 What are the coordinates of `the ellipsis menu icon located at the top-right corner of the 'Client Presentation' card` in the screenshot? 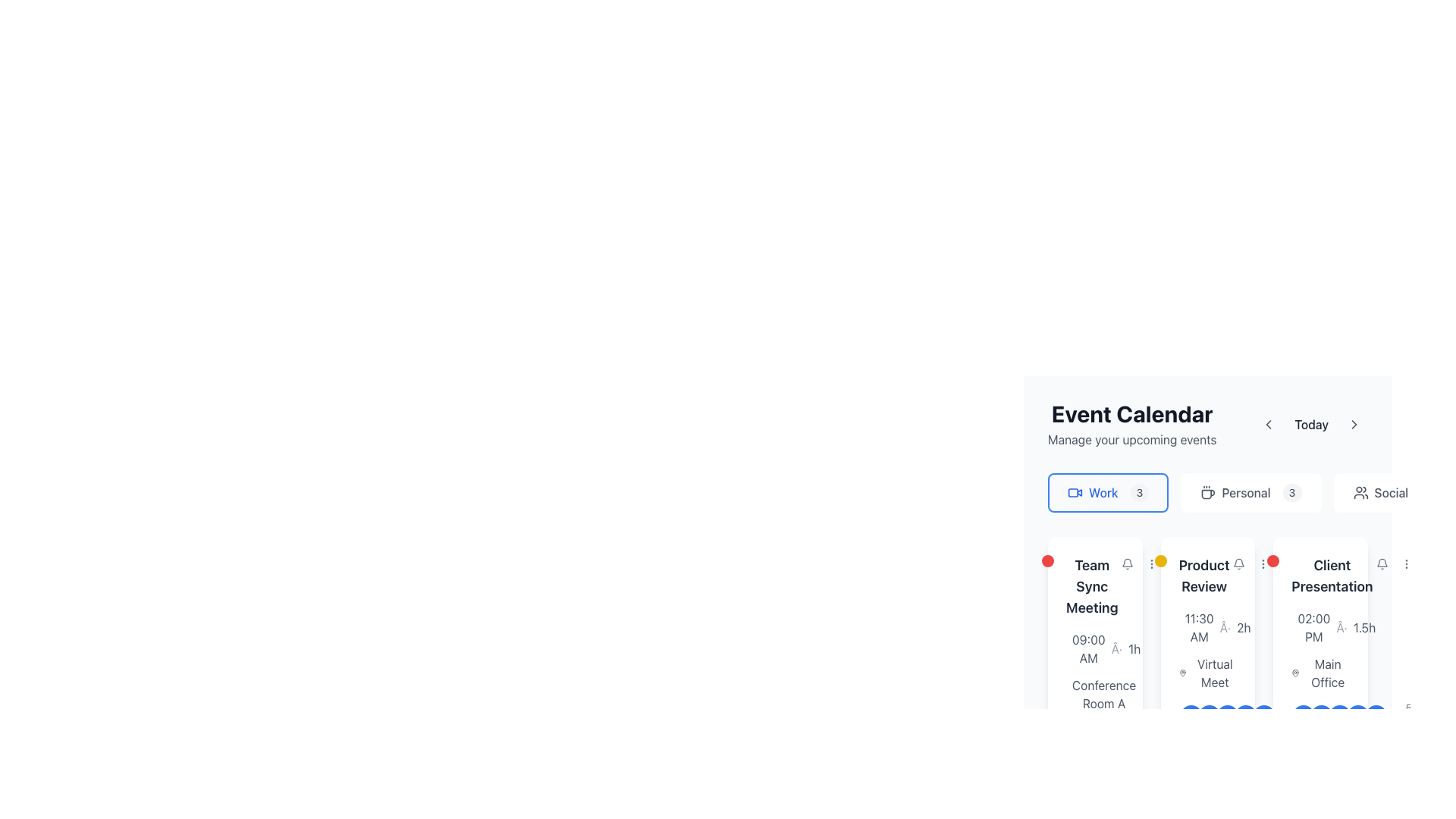 It's located at (1405, 564).